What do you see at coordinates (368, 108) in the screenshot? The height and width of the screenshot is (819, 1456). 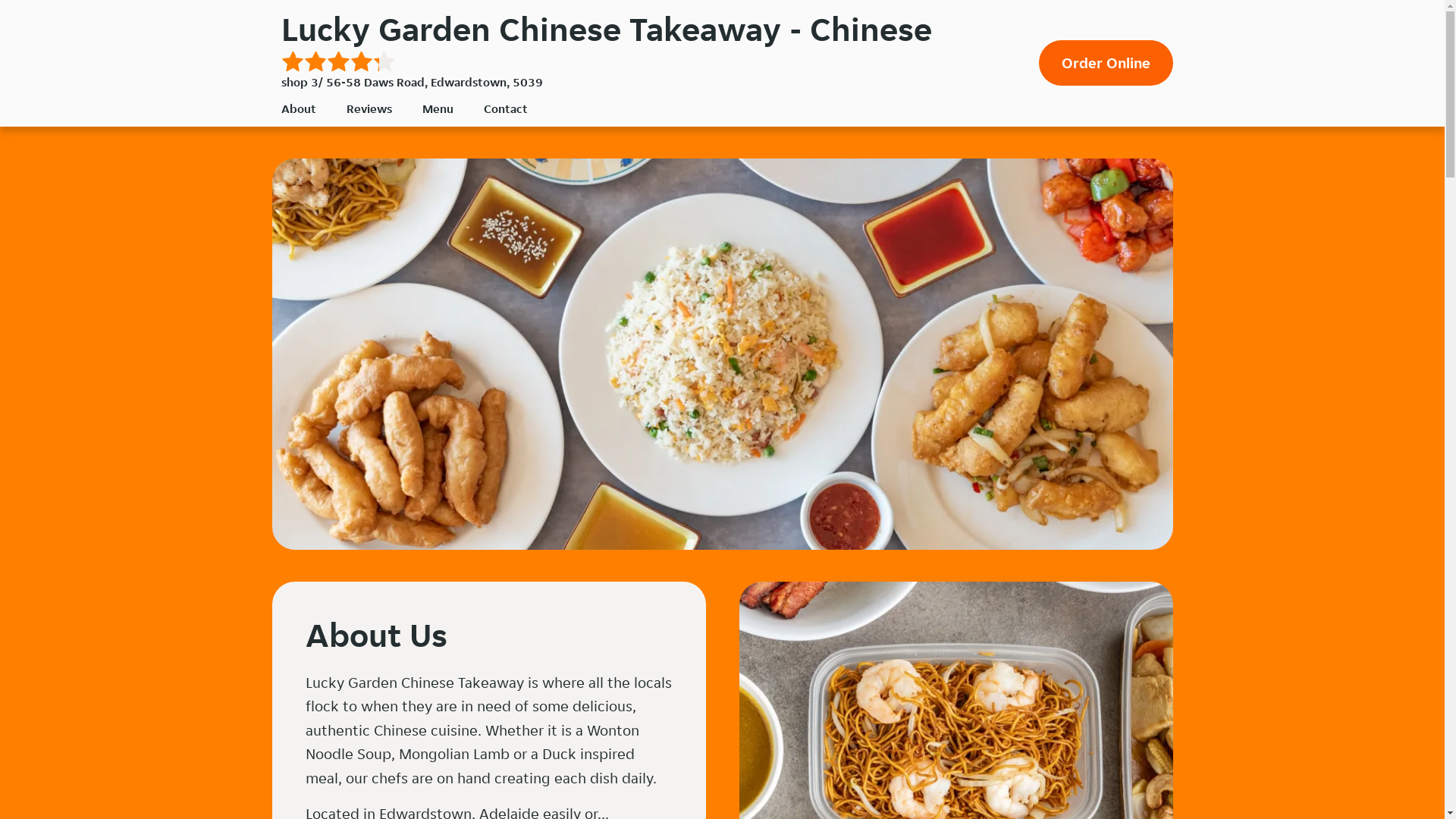 I see `'Reviews'` at bounding box center [368, 108].